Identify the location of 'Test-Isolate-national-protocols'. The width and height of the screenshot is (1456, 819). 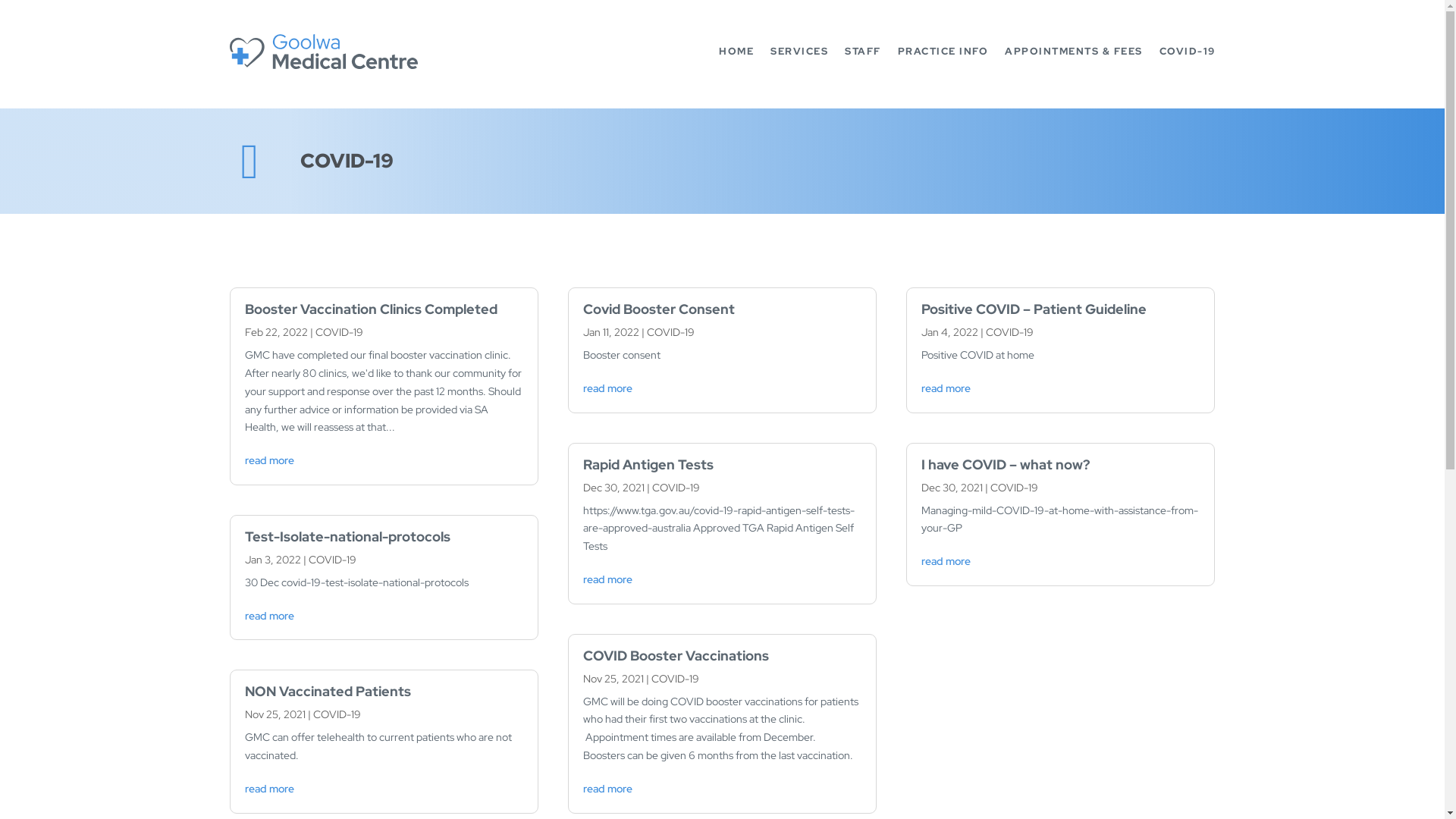
(346, 535).